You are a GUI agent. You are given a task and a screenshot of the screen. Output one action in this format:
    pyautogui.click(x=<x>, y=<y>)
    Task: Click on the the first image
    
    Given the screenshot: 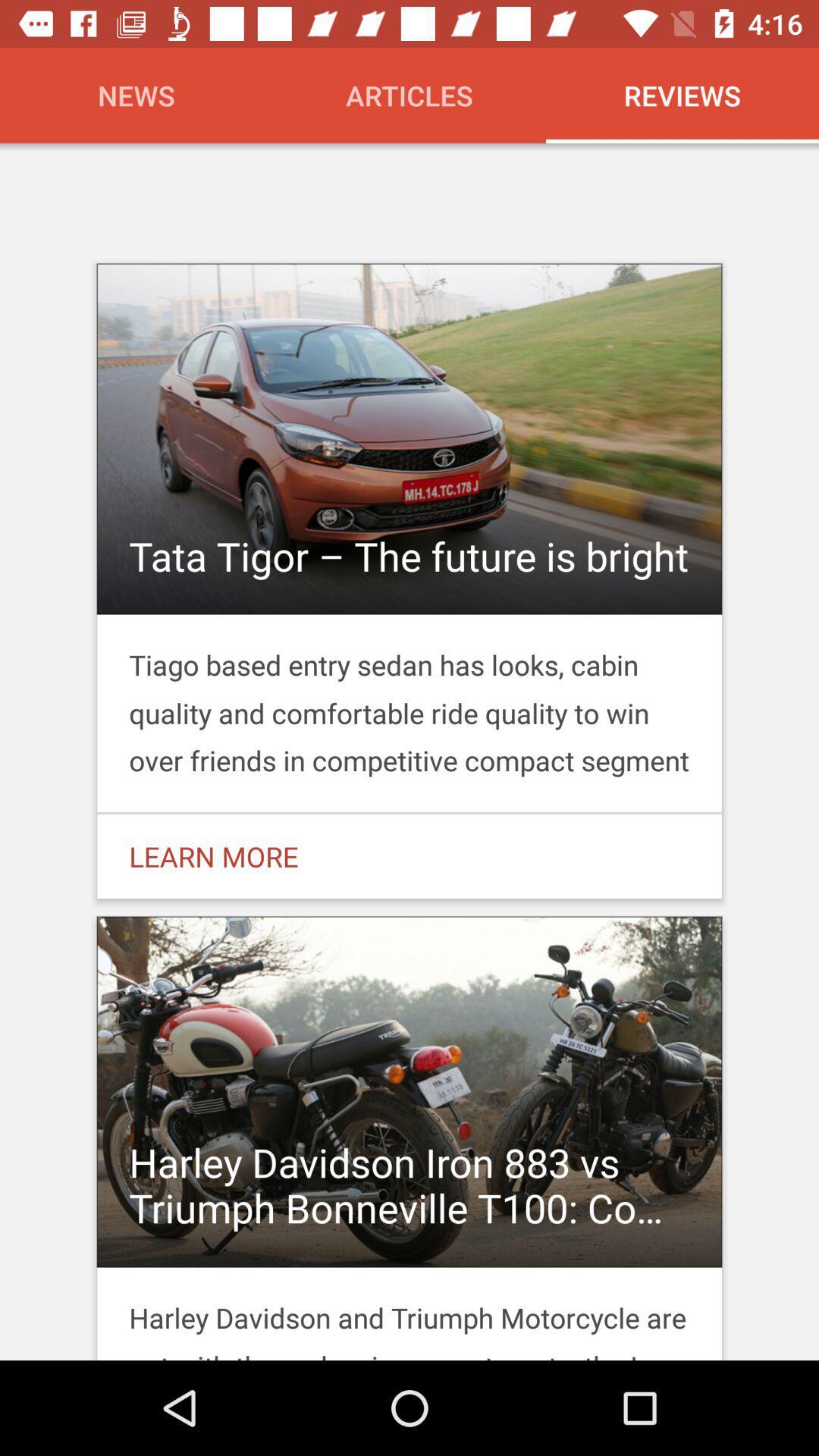 What is the action you would take?
    pyautogui.click(x=409, y=474)
    